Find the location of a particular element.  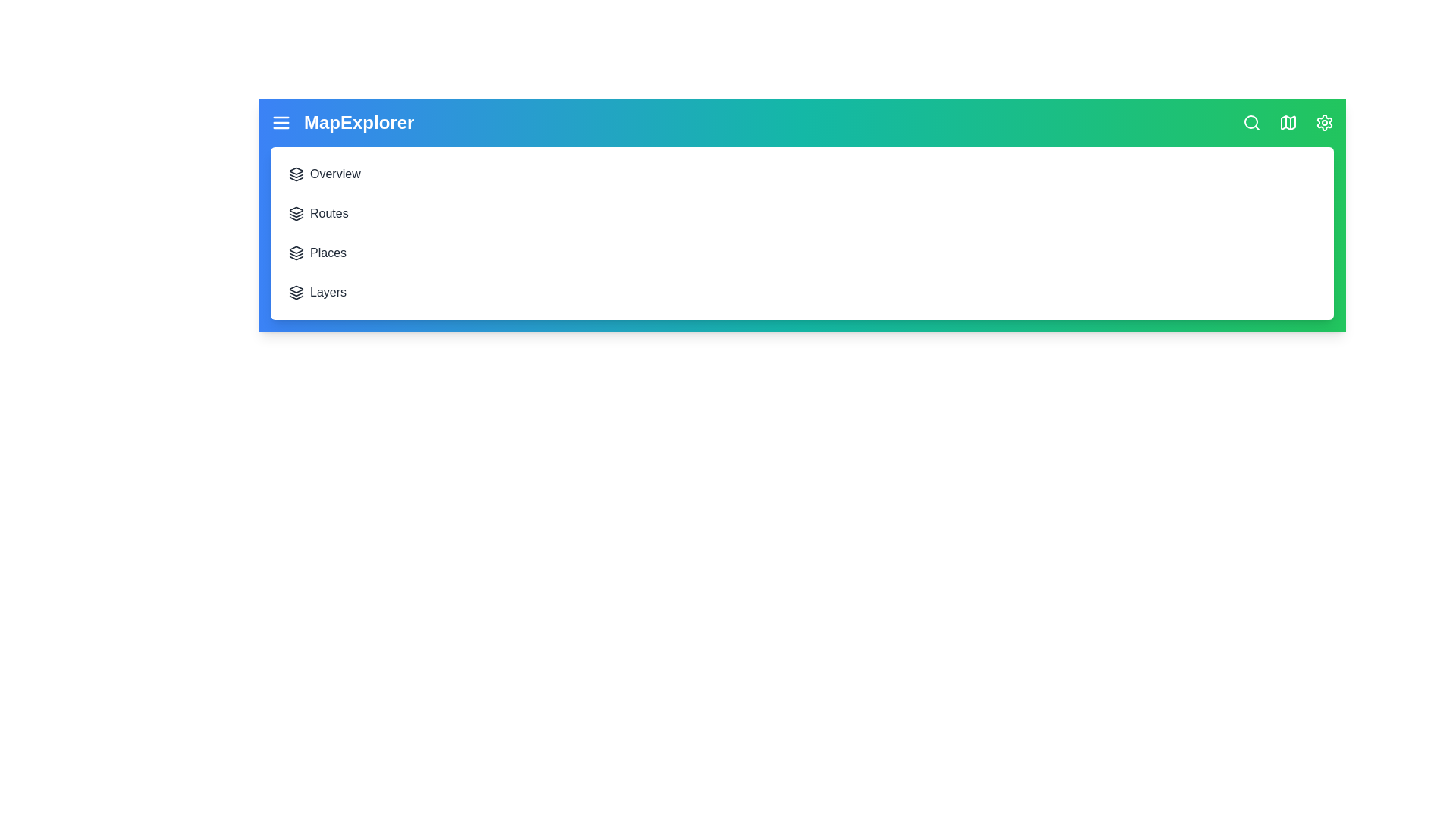

the menu item Routes to navigate to the corresponding section is located at coordinates (296, 213).